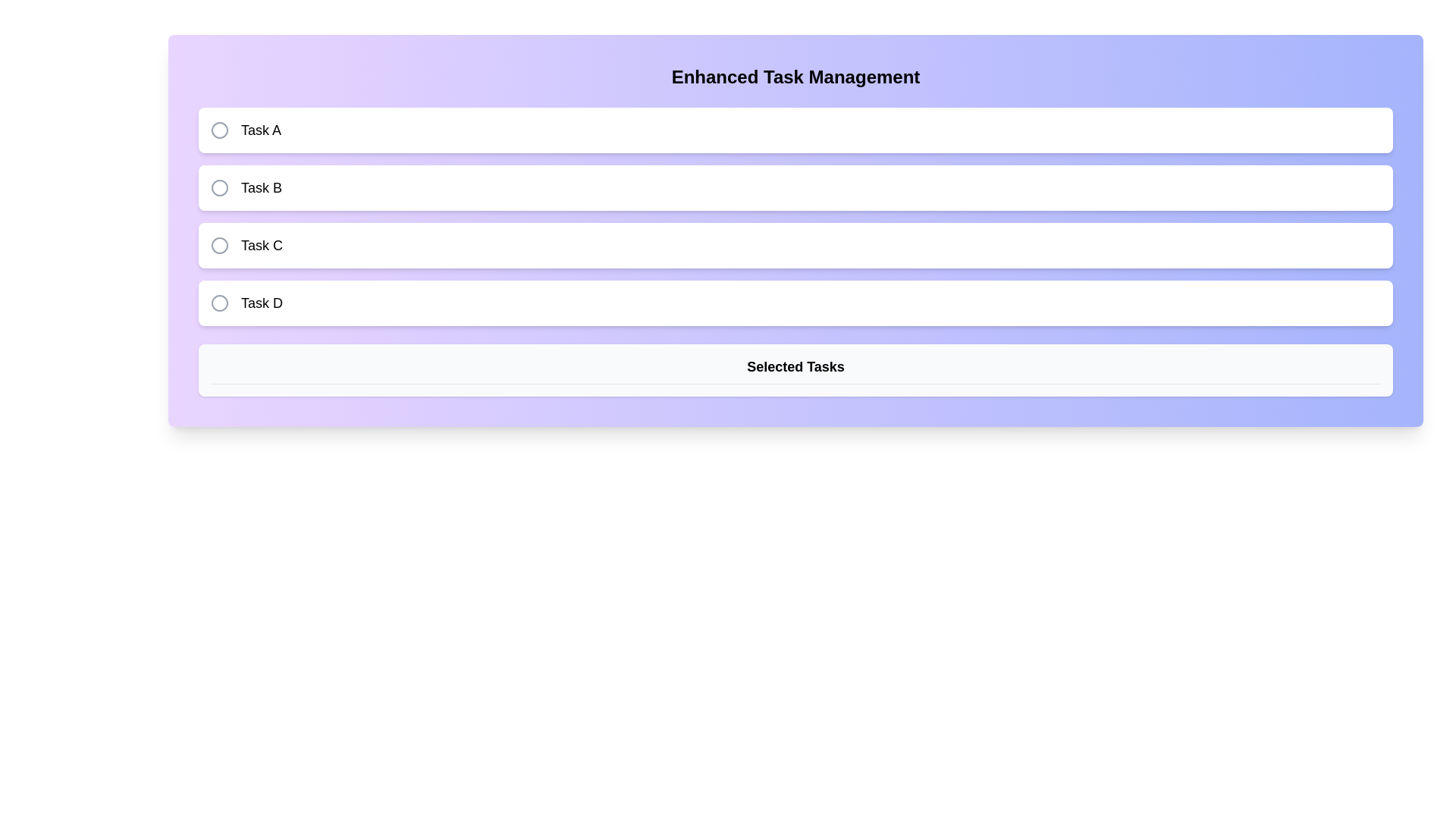 This screenshot has width=1456, height=819. What do you see at coordinates (218, 130) in the screenshot?
I see `the Circular icon located to the left of the text 'Task A', which serves as a selection indicator for that task` at bounding box center [218, 130].